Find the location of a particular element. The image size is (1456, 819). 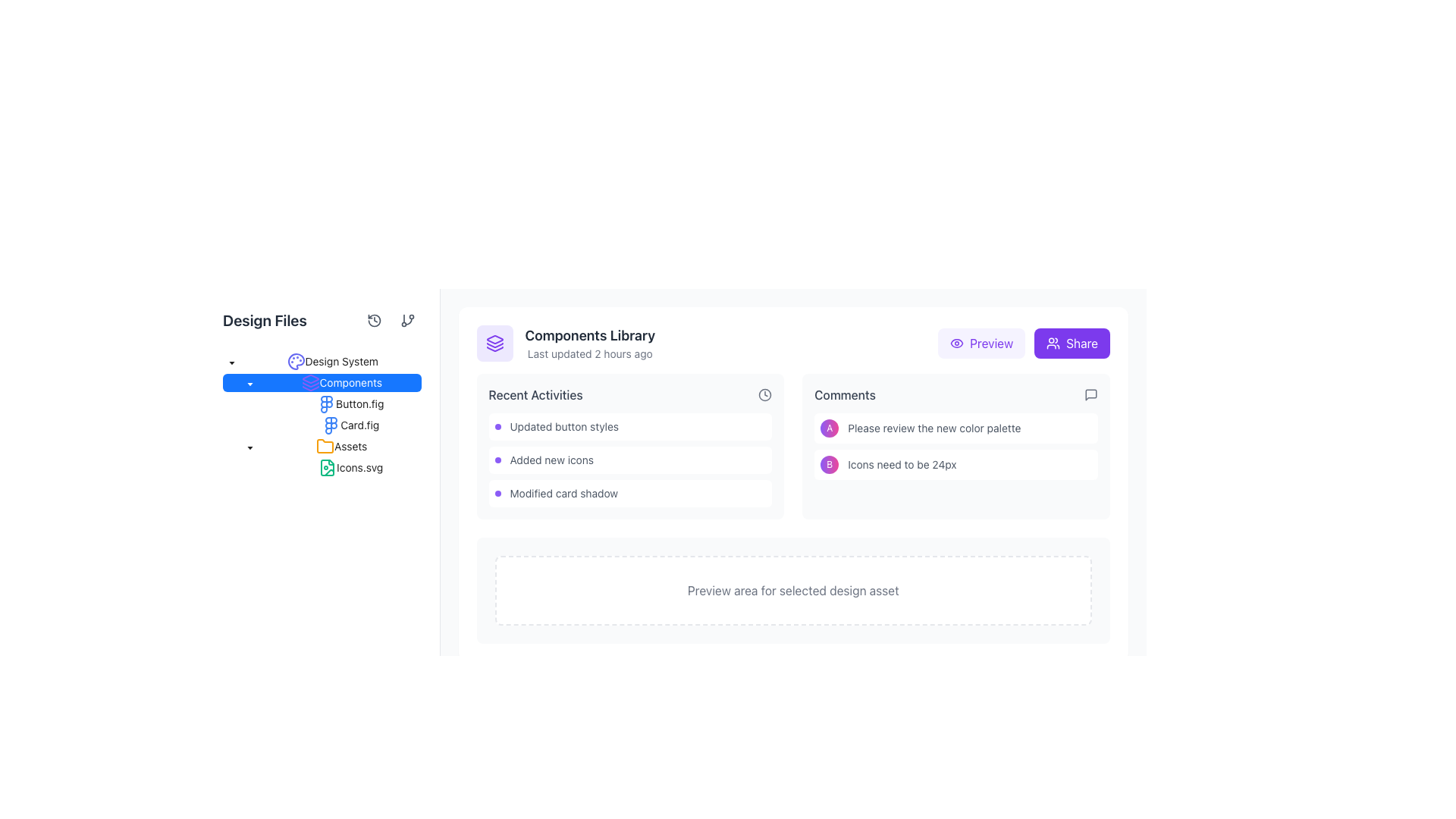

the expansion toggle icon for the 'Components' item is located at coordinates (250, 383).